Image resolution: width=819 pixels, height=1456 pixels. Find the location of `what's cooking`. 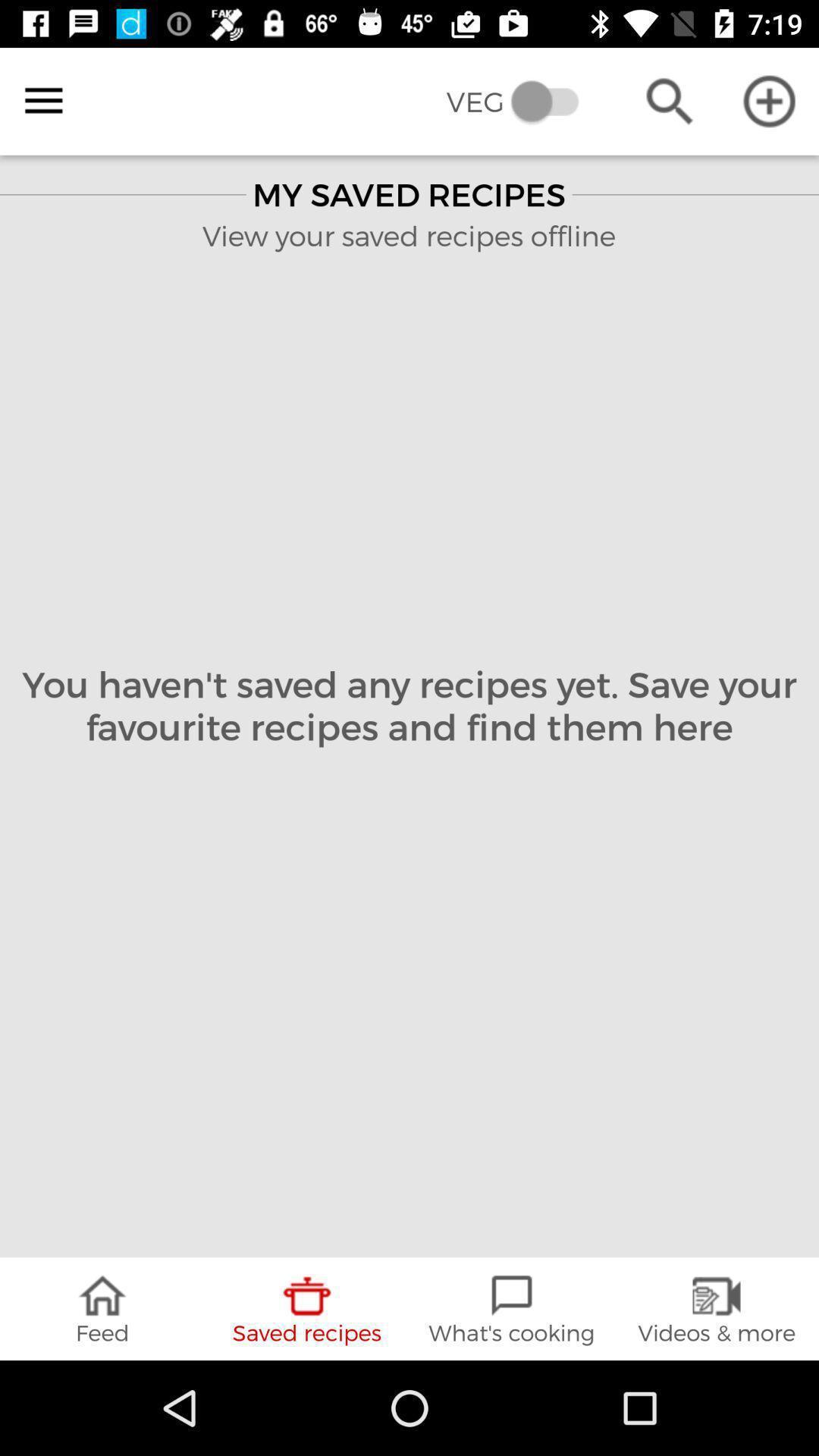

what's cooking is located at coordinates (512, 1308).